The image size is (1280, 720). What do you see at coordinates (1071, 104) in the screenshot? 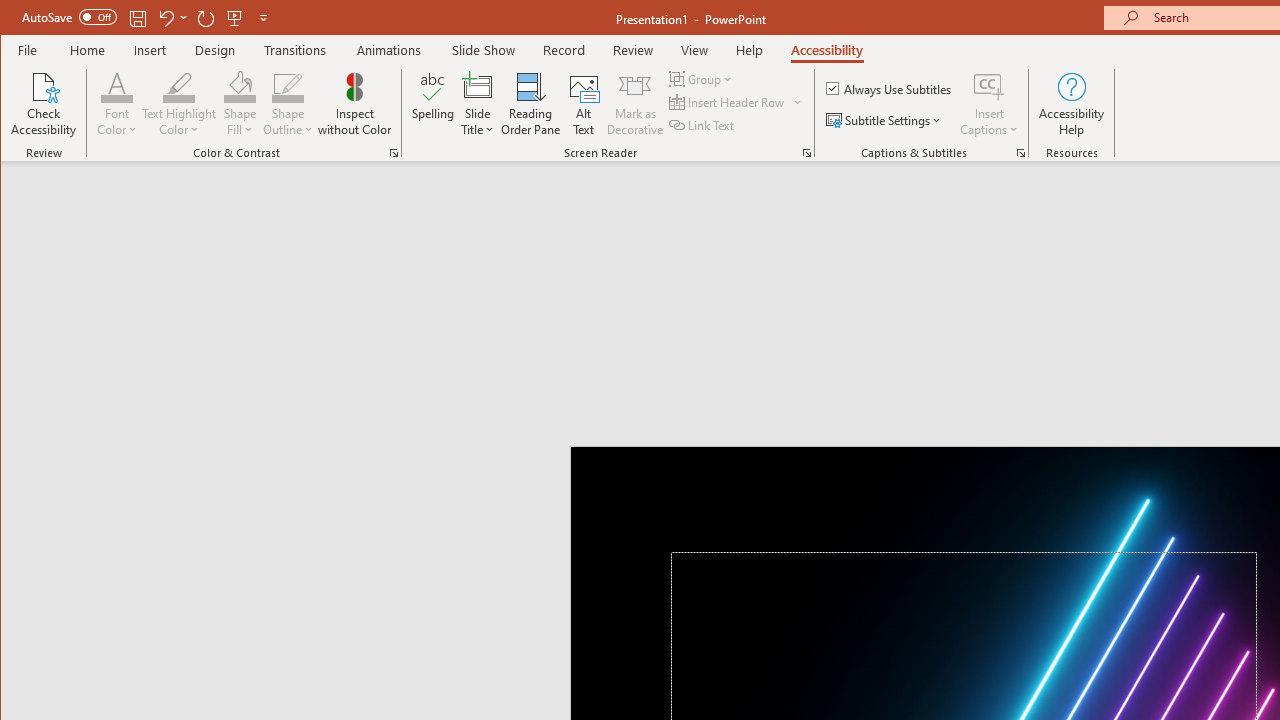
I see `'Accessibility Help'` at bounding box center [1071, 104].